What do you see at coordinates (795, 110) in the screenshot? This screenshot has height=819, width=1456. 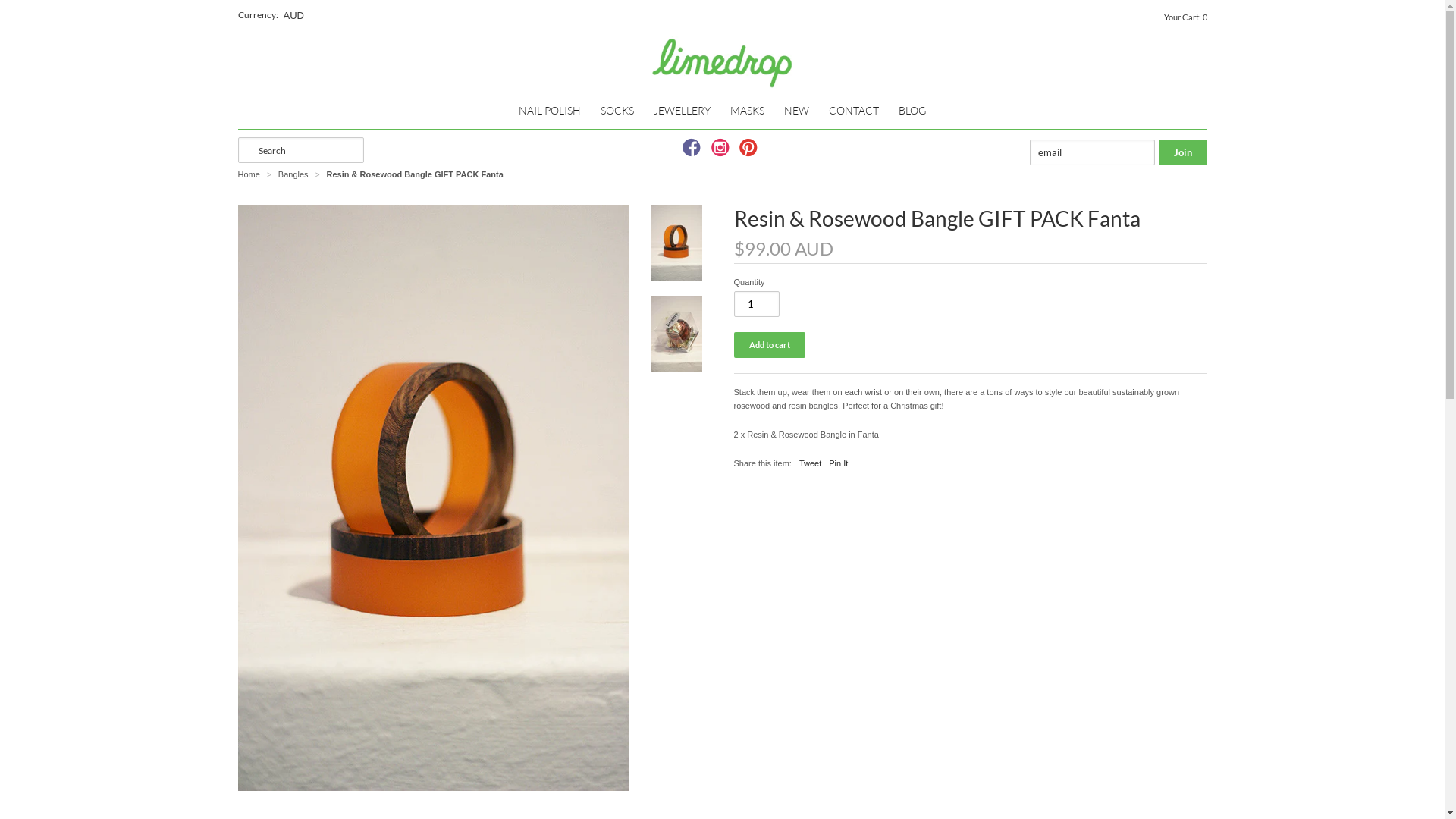 I see `'NEW'` at bounding box center [795, 110].